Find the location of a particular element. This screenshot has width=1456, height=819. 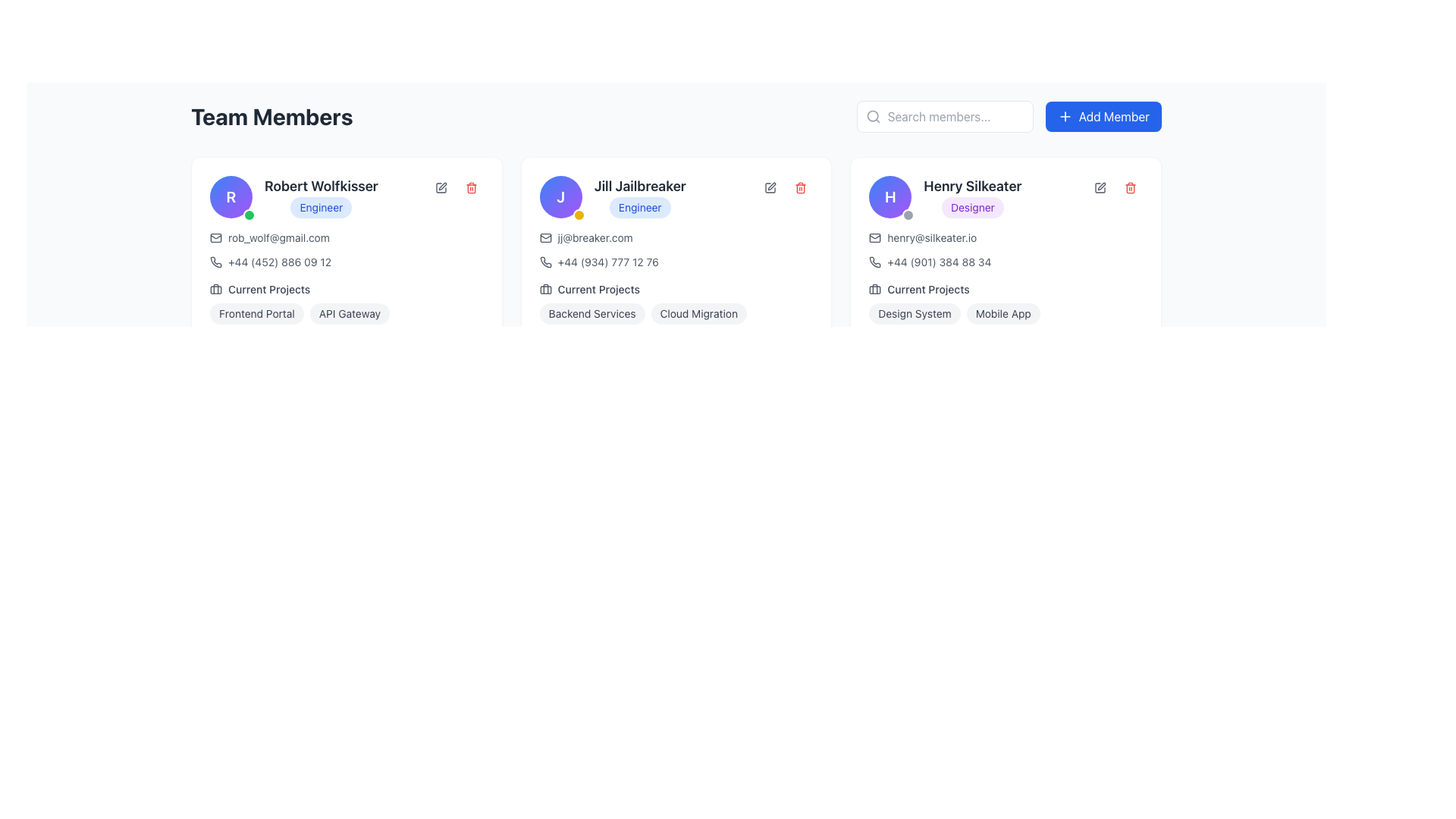

the edit button located in the top-right corner of the card labeled 'Robert Wolfkisser' is located at coordinates (440, 187).